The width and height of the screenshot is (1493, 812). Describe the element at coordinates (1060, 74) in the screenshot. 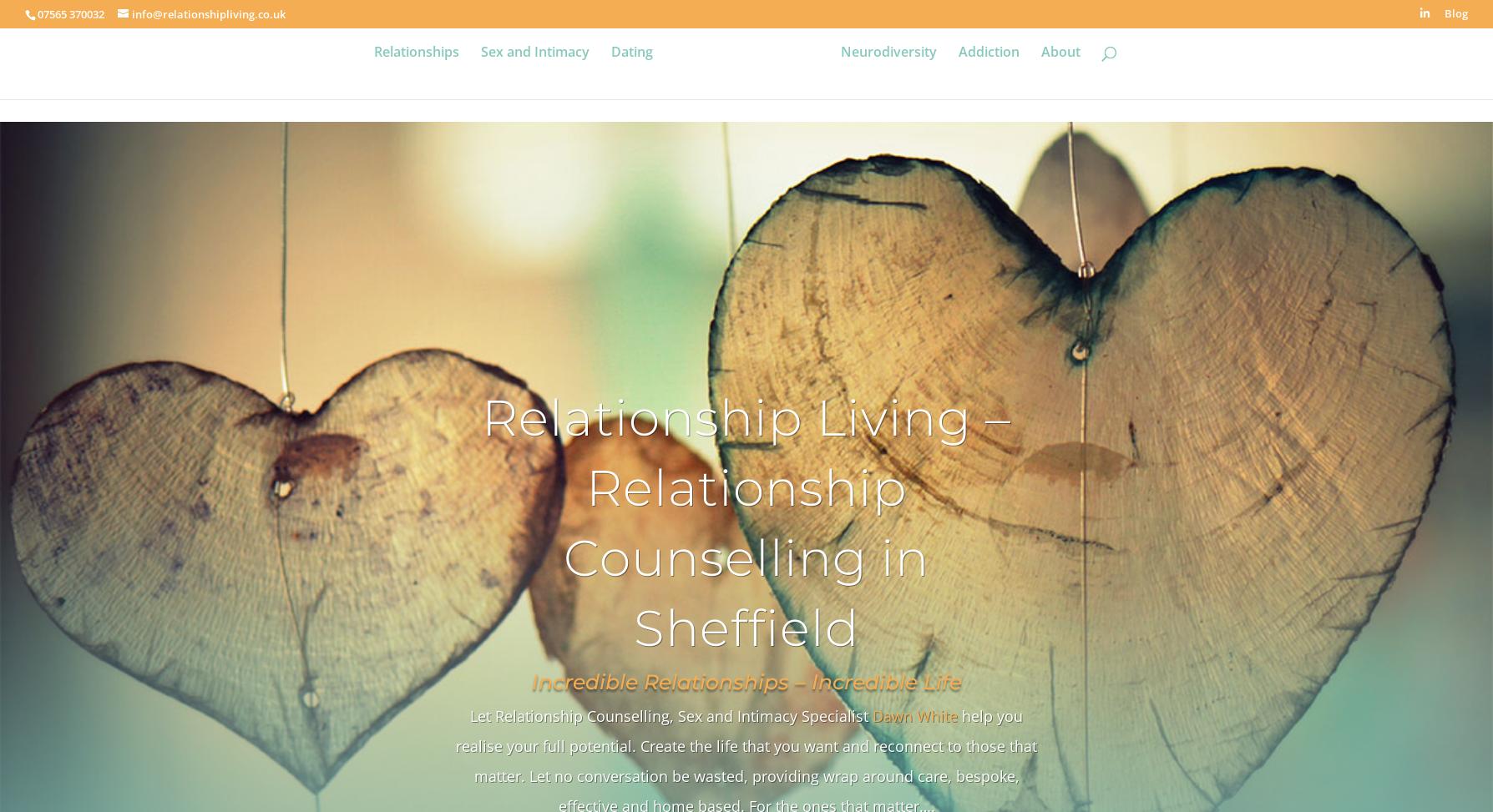

I see `'About'` at that location.